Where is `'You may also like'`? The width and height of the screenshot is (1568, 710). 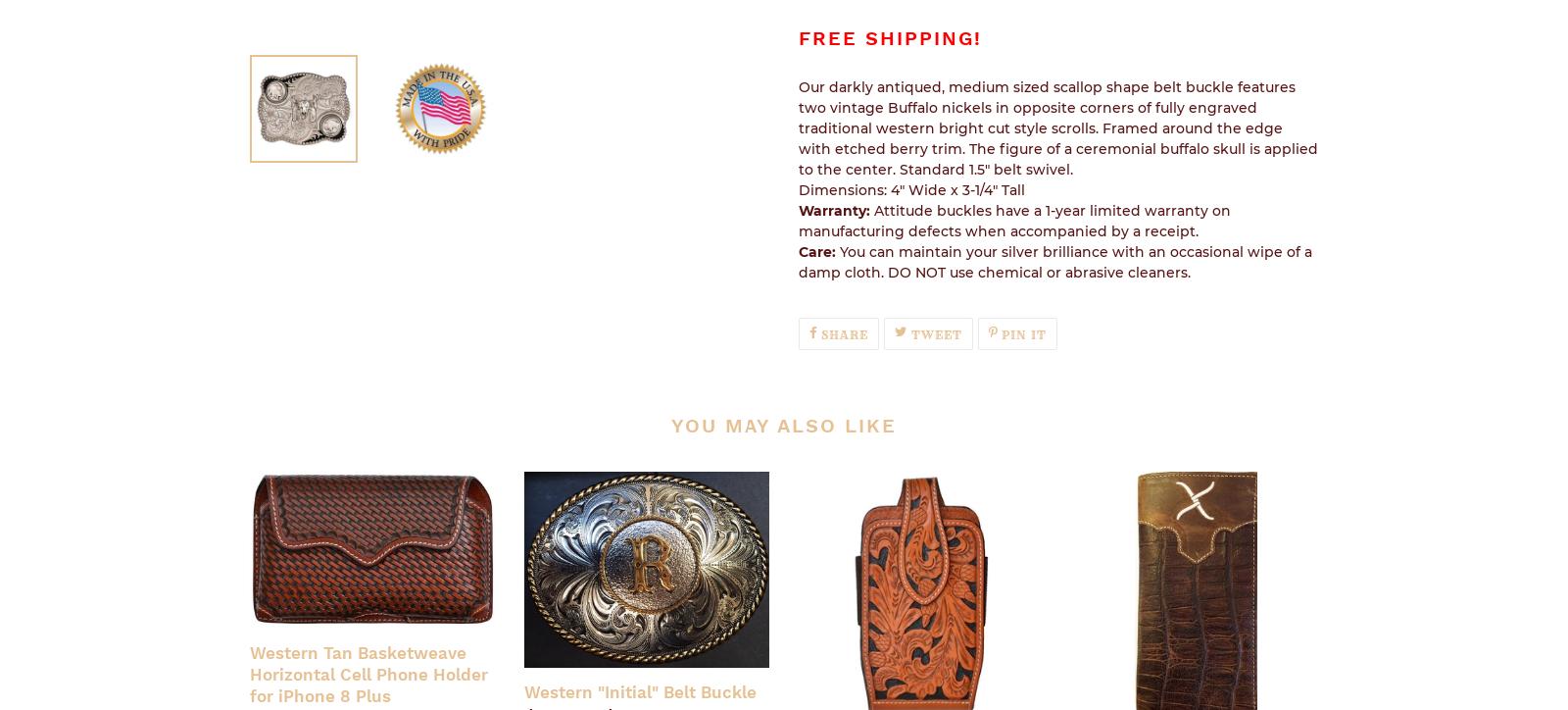
'You may also like' is located at coordinates (783, 425).